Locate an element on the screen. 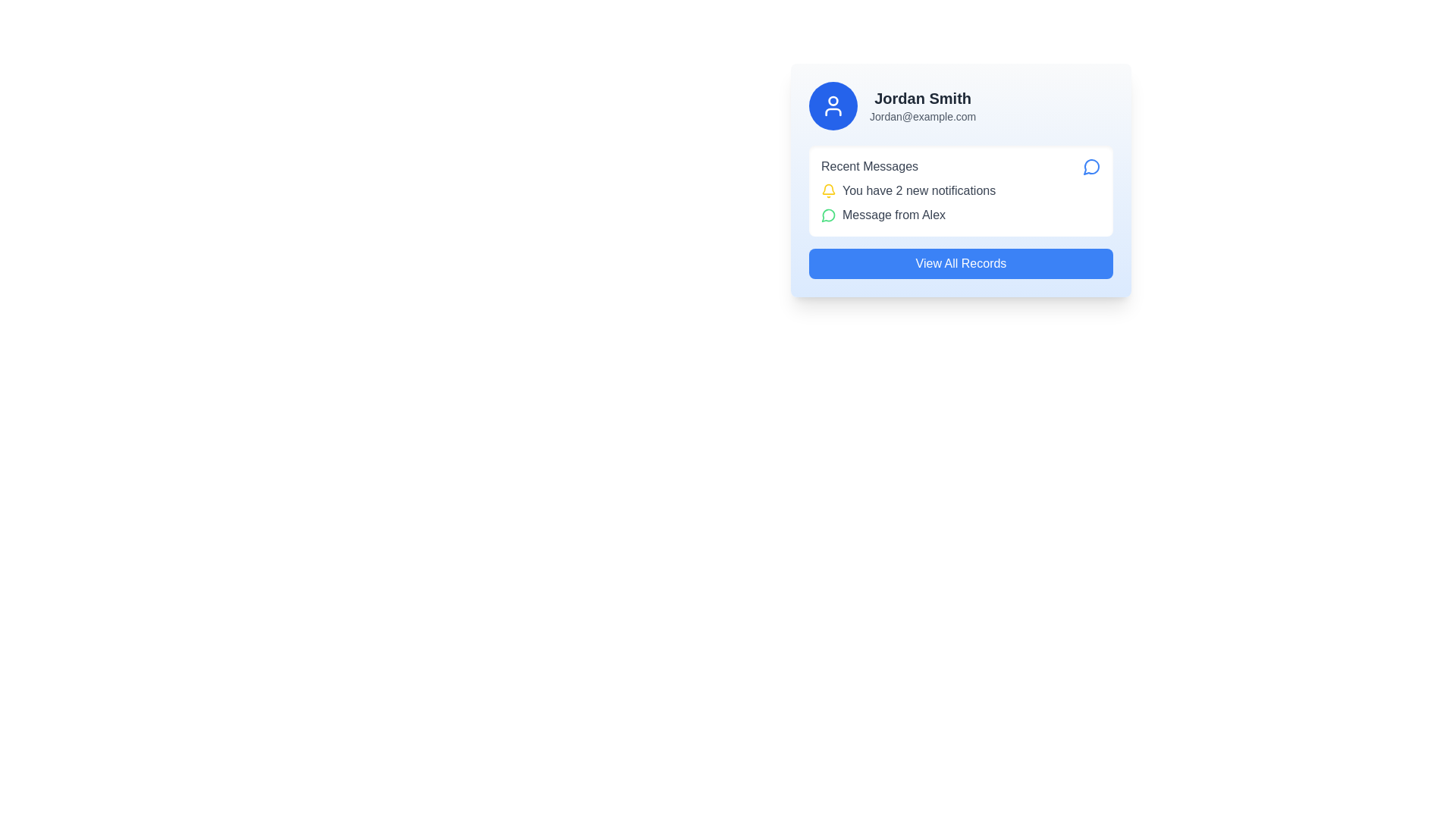 The image size is (1456, 819). the green speech bubble icon located to the left of the text 'Message from Alex' within the 'Recent Messages' notification entry is located at coordinates (828, 215).